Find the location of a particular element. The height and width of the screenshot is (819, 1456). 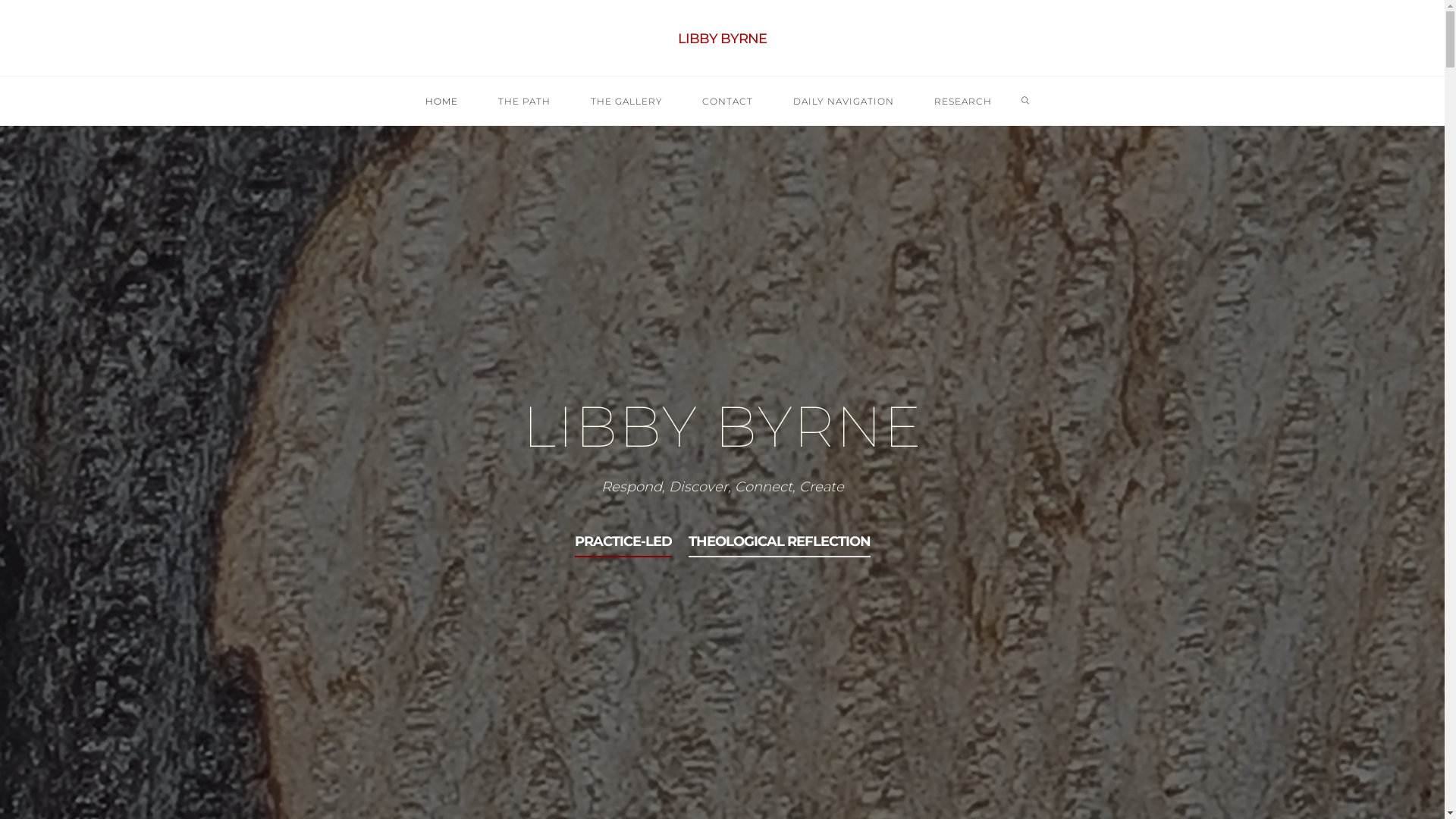

'THE PATH' is located at coordinates (524, 101).